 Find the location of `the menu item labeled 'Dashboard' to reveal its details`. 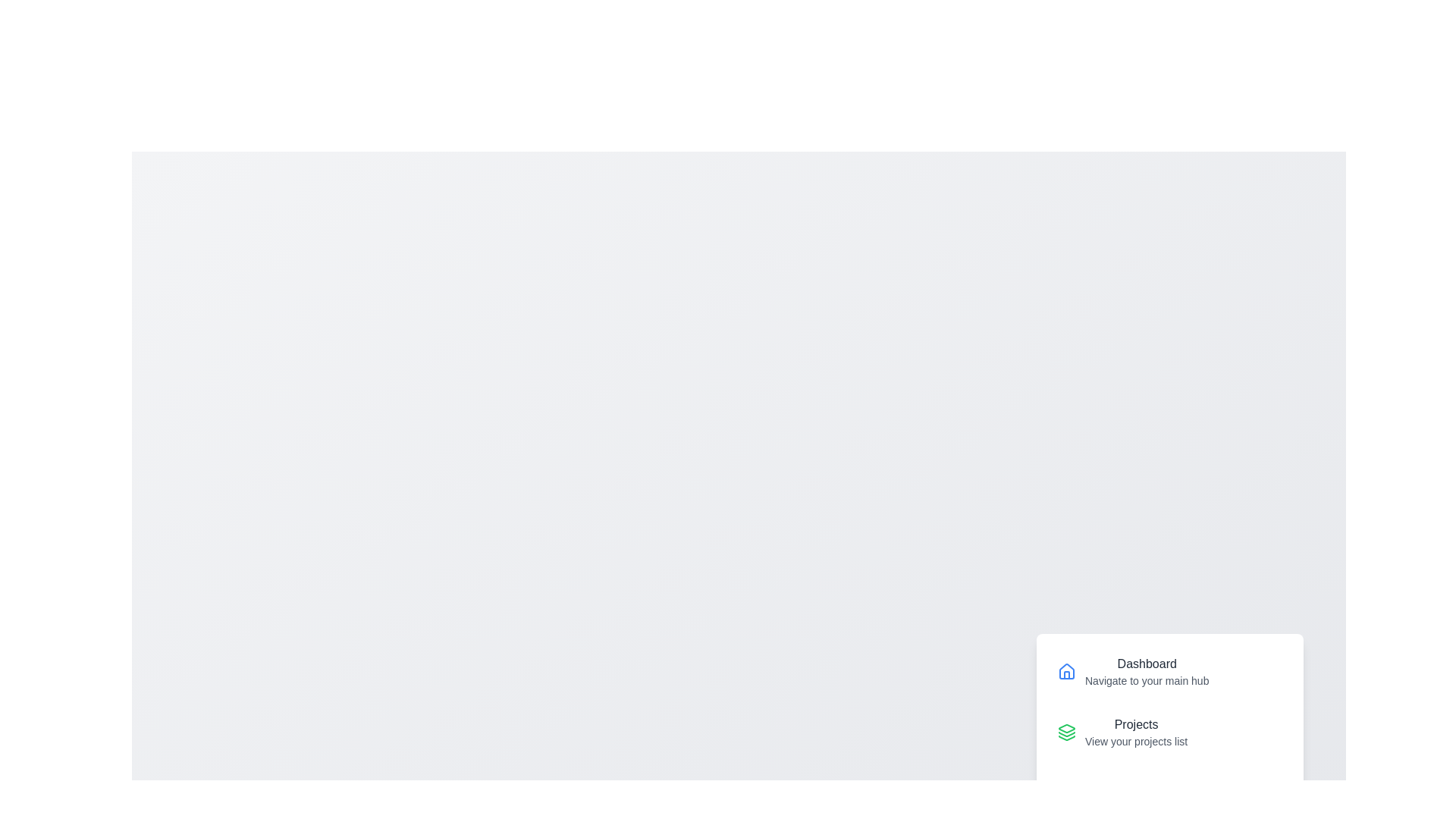

the menu item labeled 'Dashboard' to reveal its details is located at coordinates (1169, 671).